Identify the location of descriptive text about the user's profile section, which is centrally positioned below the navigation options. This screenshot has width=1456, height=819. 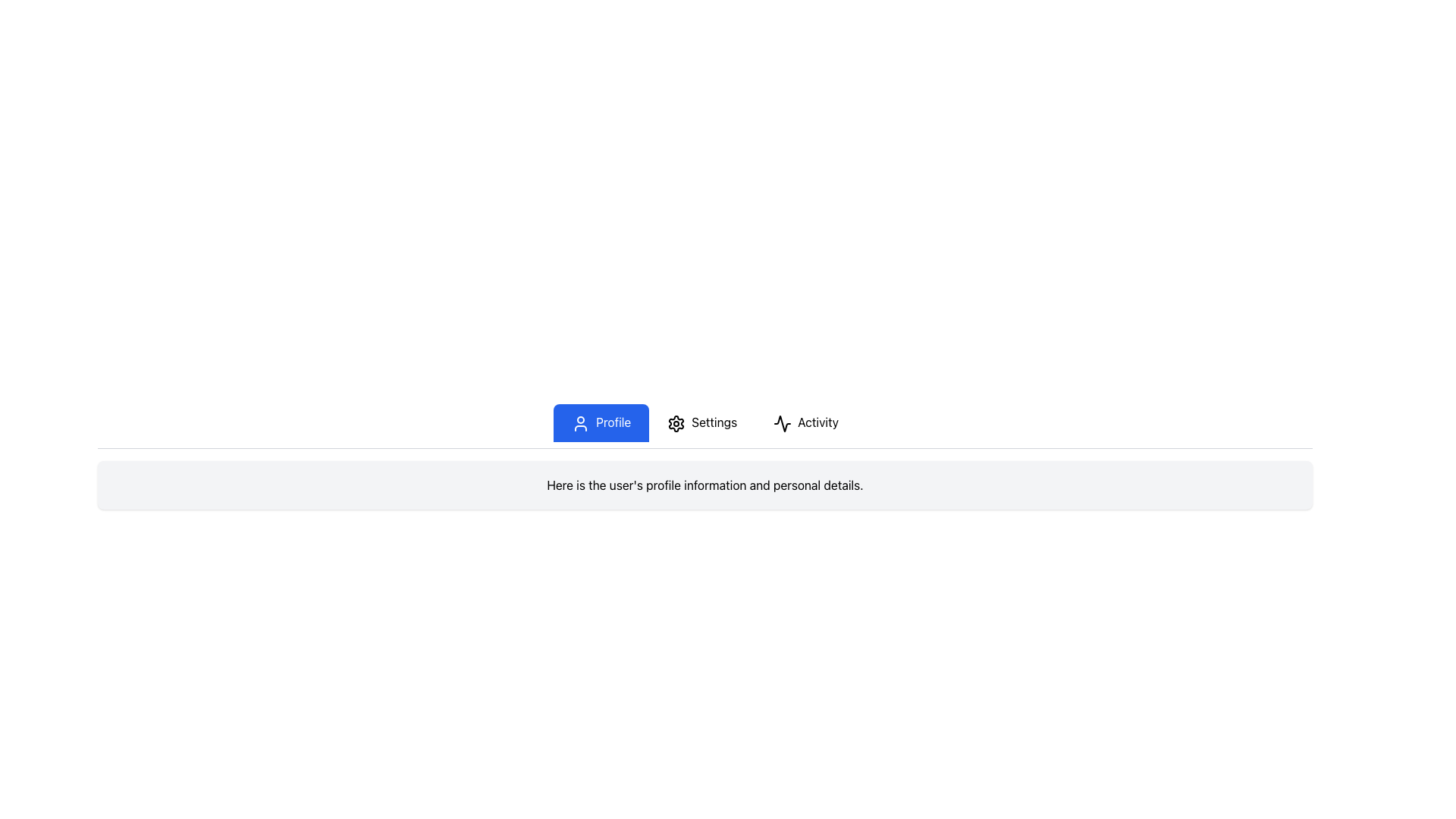
(704, 485).